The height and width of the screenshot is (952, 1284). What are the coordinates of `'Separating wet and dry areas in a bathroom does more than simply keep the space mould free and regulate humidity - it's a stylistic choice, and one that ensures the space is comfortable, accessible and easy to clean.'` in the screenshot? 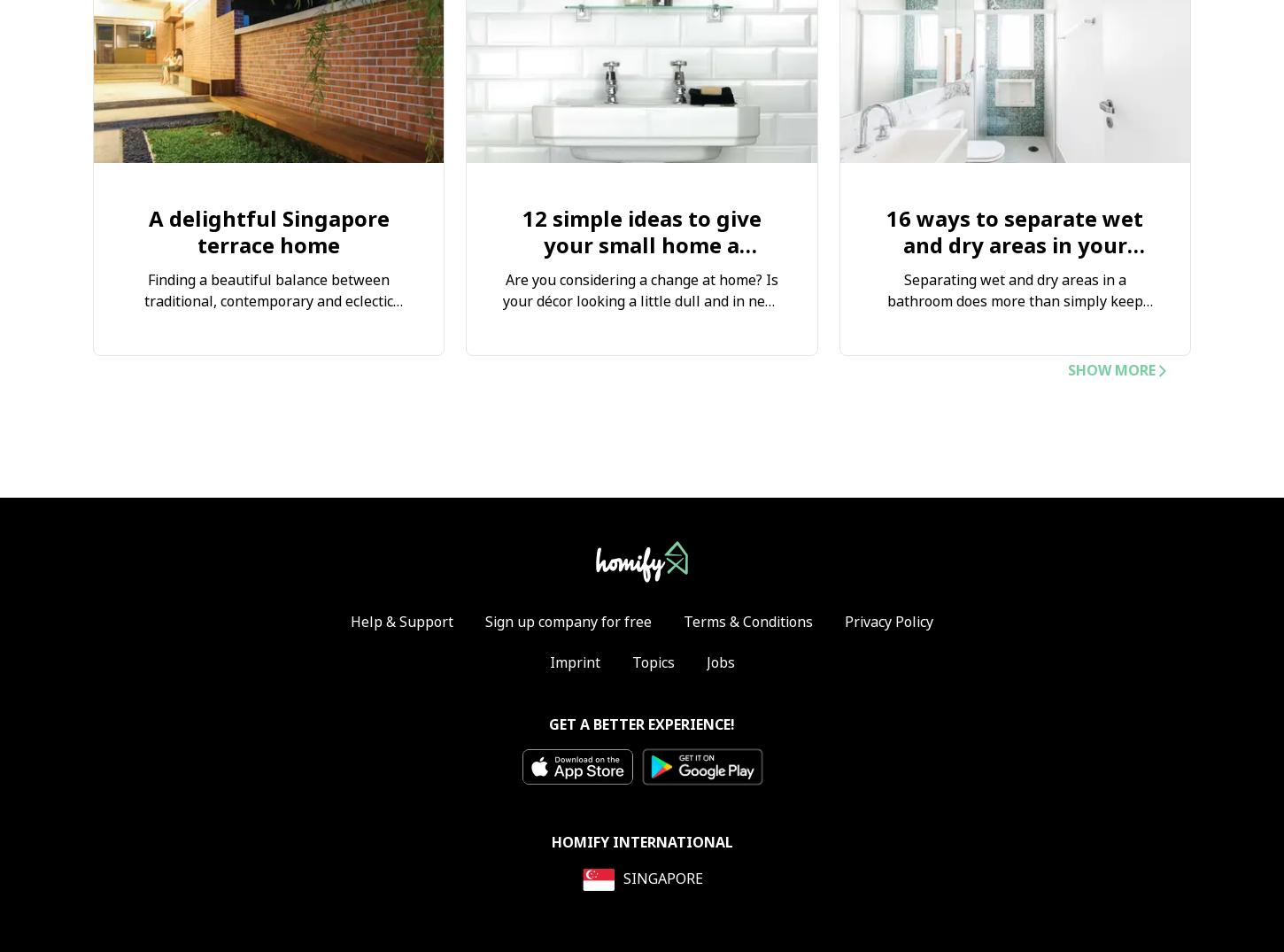 It's located at (1013, 334).